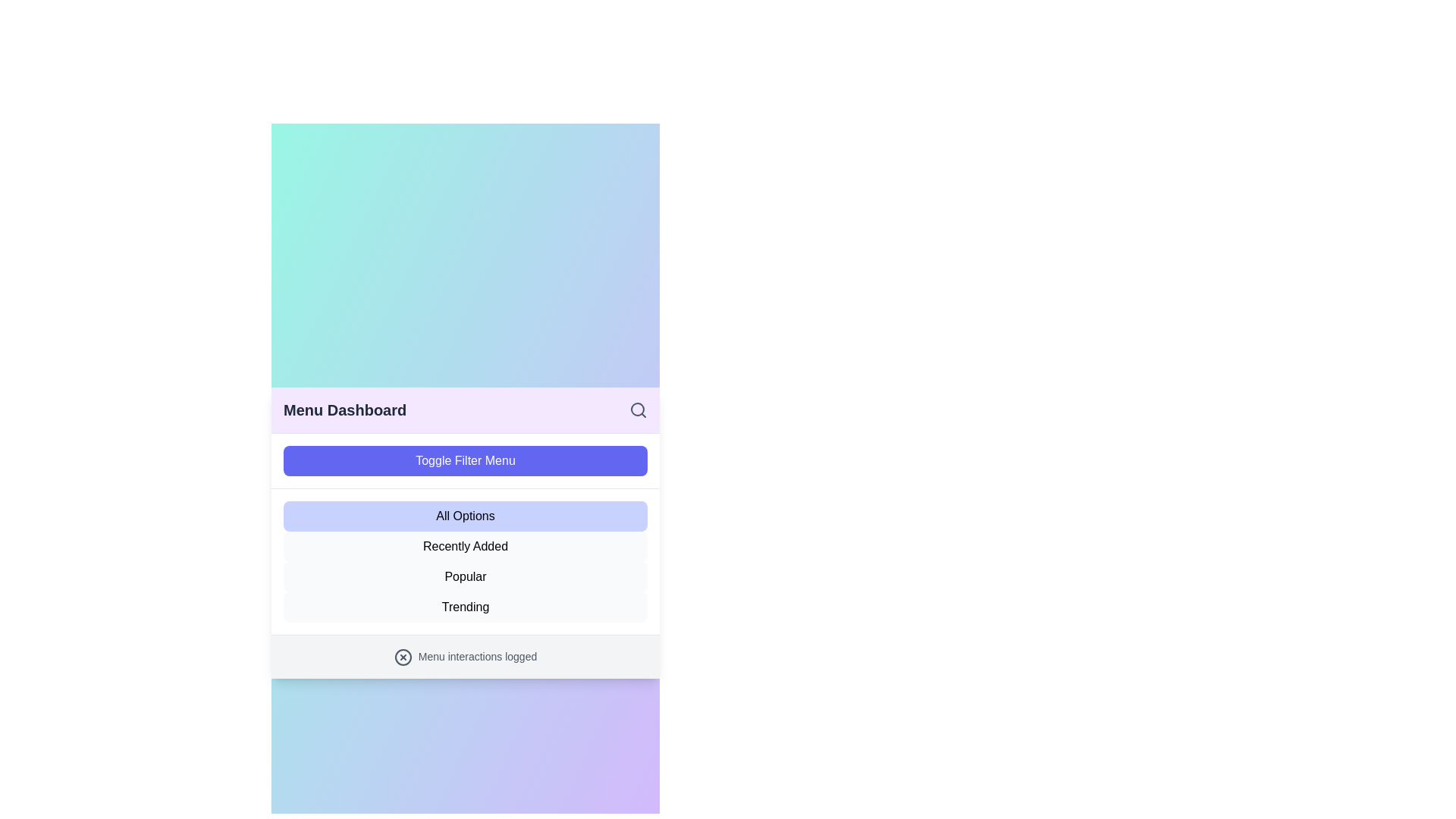  Describe the element at coordinates (465, 547) in the screenshot. I see `the menu option Recently Added from the list` at that location.